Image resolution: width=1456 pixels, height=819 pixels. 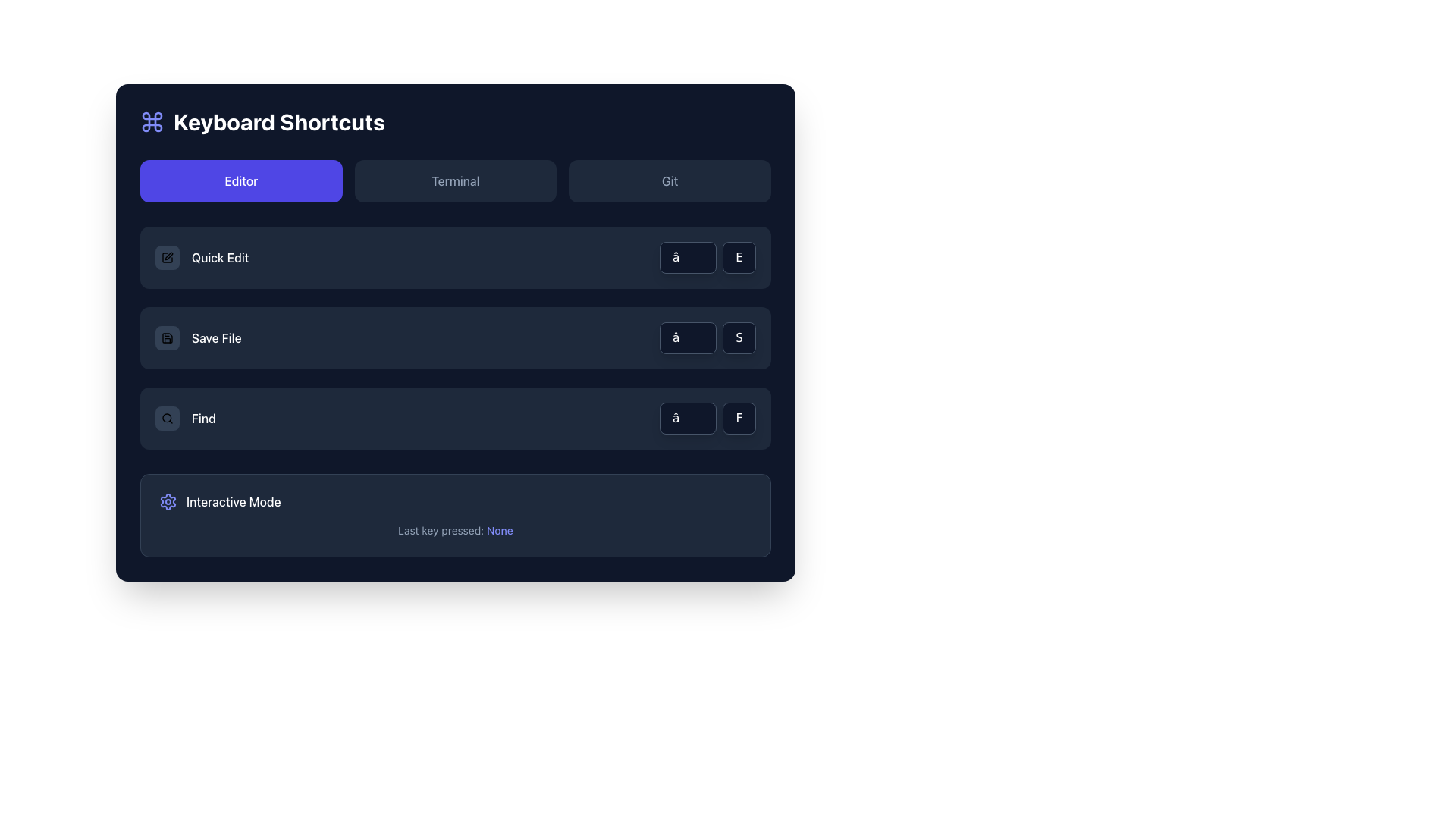 I want to click on the text label displaying 'git', which is styled with a medium weight, capitalized font, located within a button-like component with a dark background and rounded corners, so click(x=669, y=180).